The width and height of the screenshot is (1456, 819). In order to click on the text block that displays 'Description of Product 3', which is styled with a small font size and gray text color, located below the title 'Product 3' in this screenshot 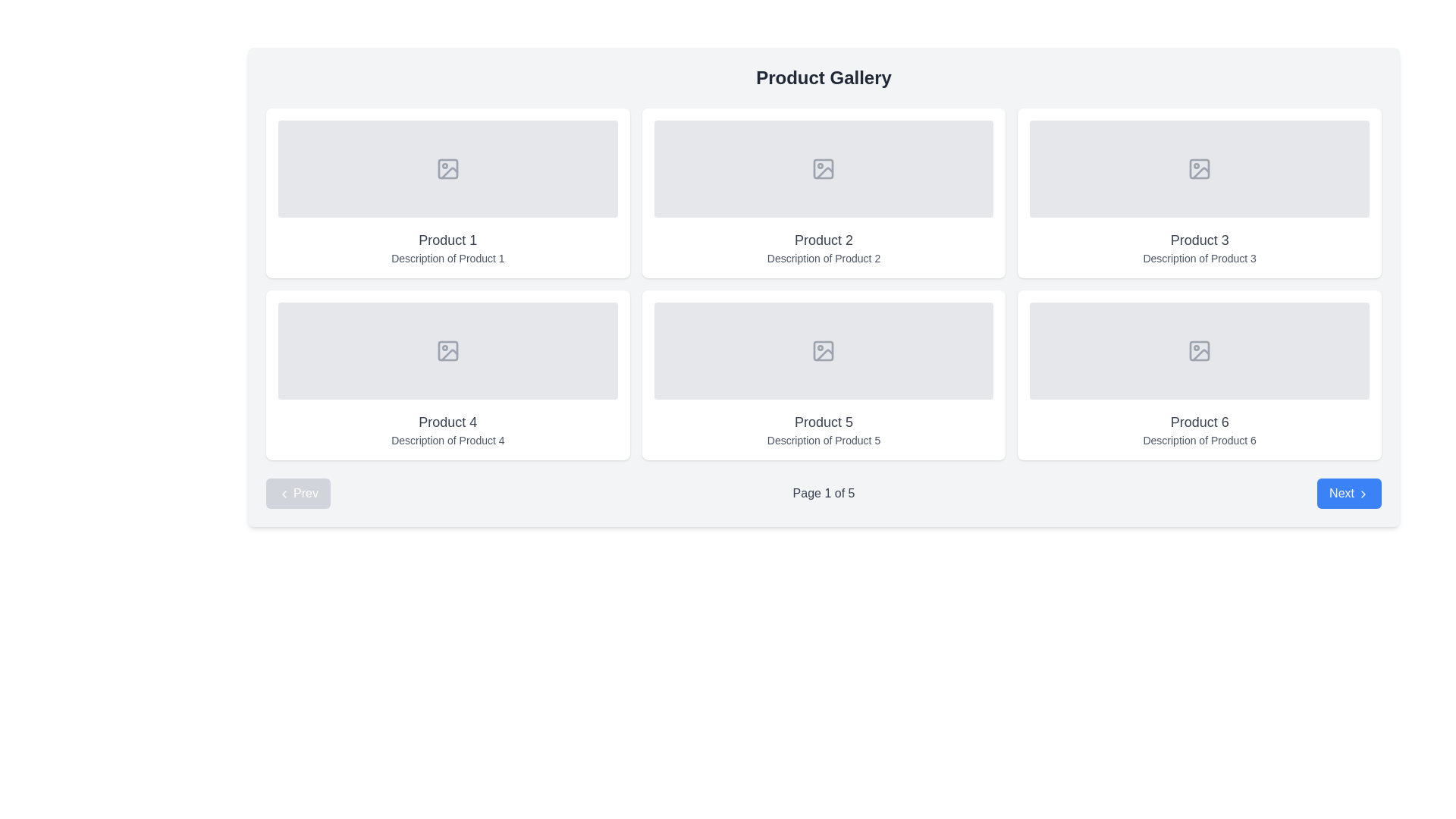, I will do `click(1199, 257)`.